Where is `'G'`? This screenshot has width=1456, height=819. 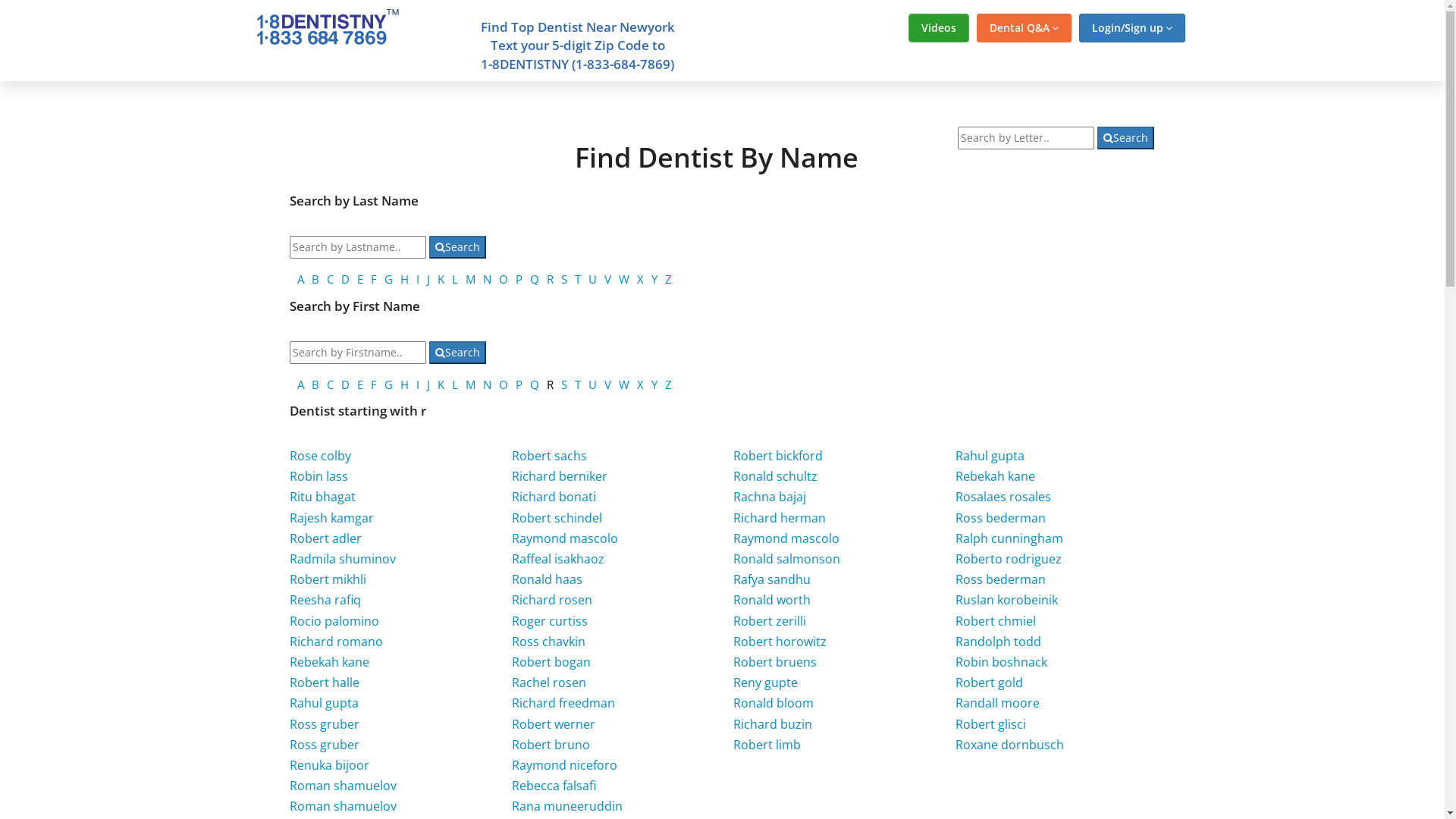
'G' is located at coordinates (388, 278).